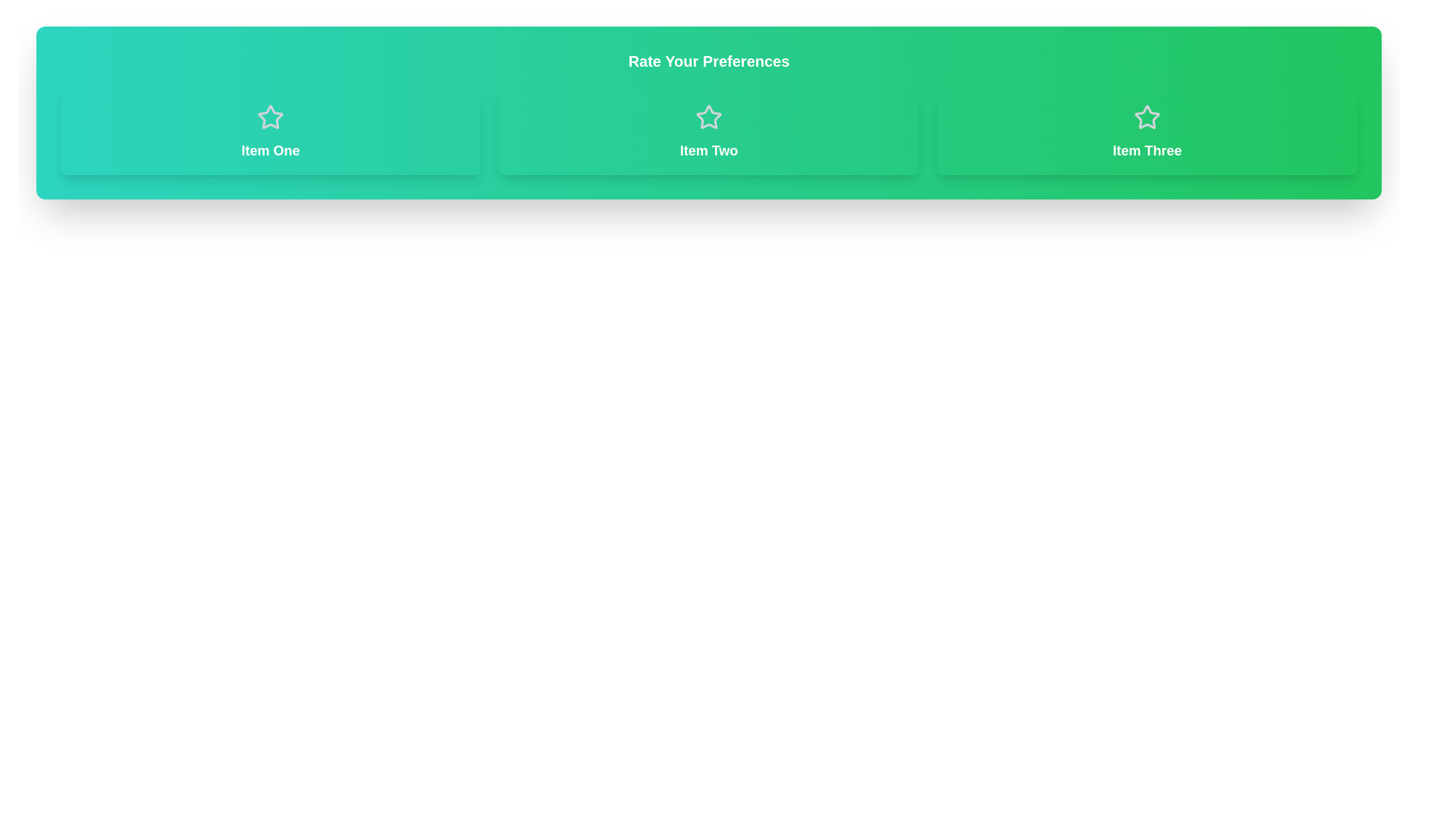 This screenshot has height=819, width=1456. I want to click on the star icon for Item Three, so click(1147, 116).